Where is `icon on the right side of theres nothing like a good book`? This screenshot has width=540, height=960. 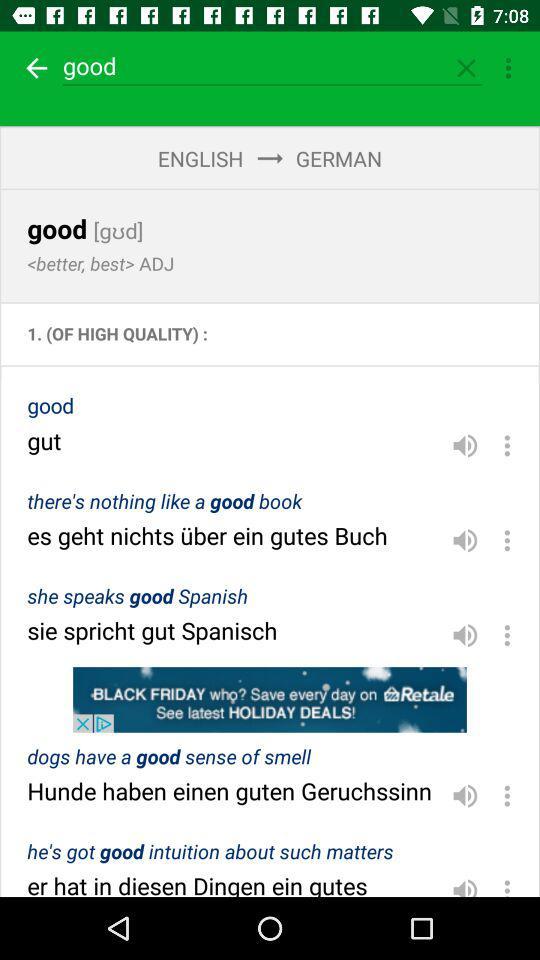 icon on the right side of theres nothing like a good book is located at coordinates (464, 539).